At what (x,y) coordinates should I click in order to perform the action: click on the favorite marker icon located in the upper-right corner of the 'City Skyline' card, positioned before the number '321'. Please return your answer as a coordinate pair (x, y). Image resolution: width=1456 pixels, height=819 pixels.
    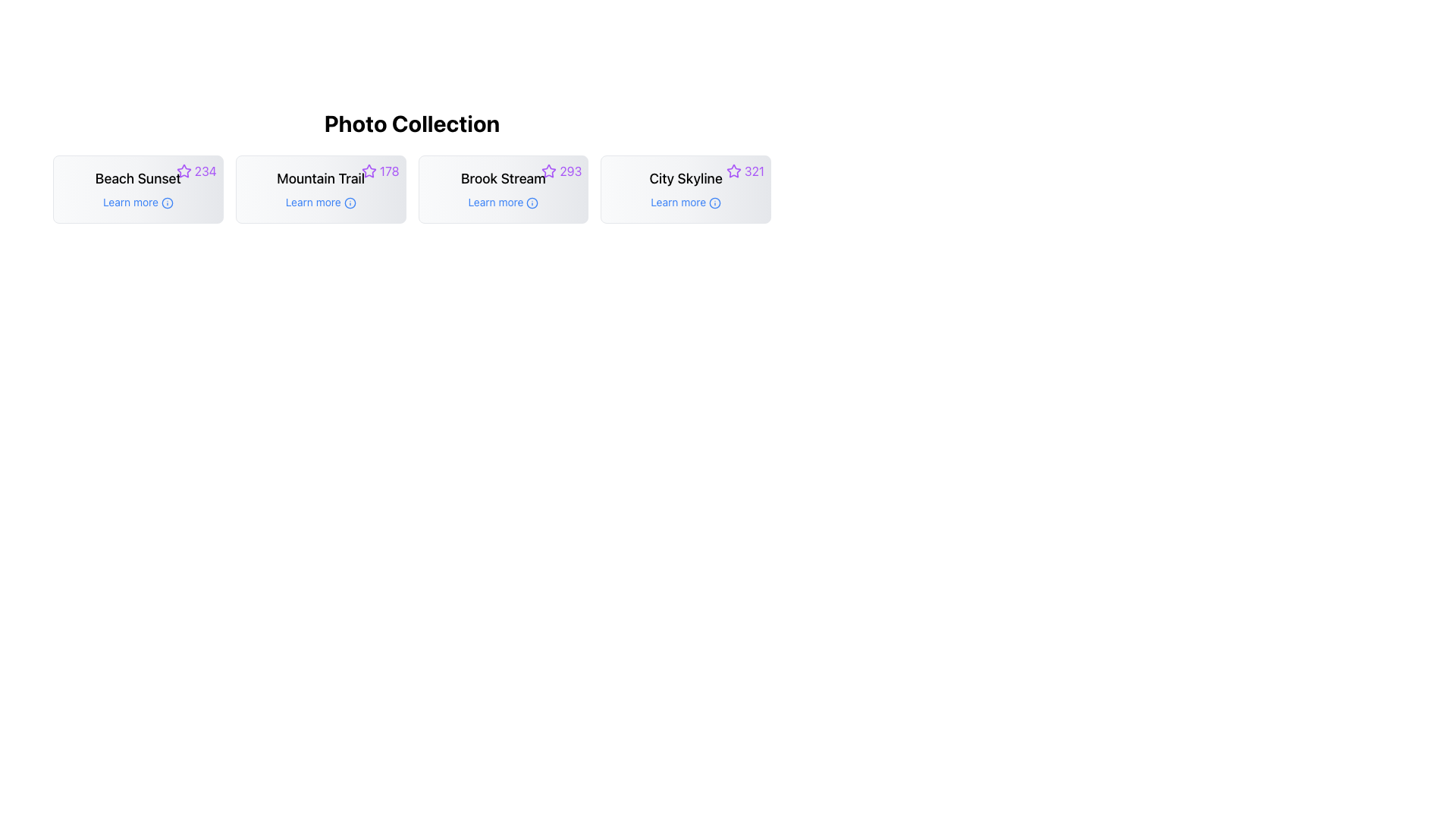
    Looking at the image, I should click on (733, 171).